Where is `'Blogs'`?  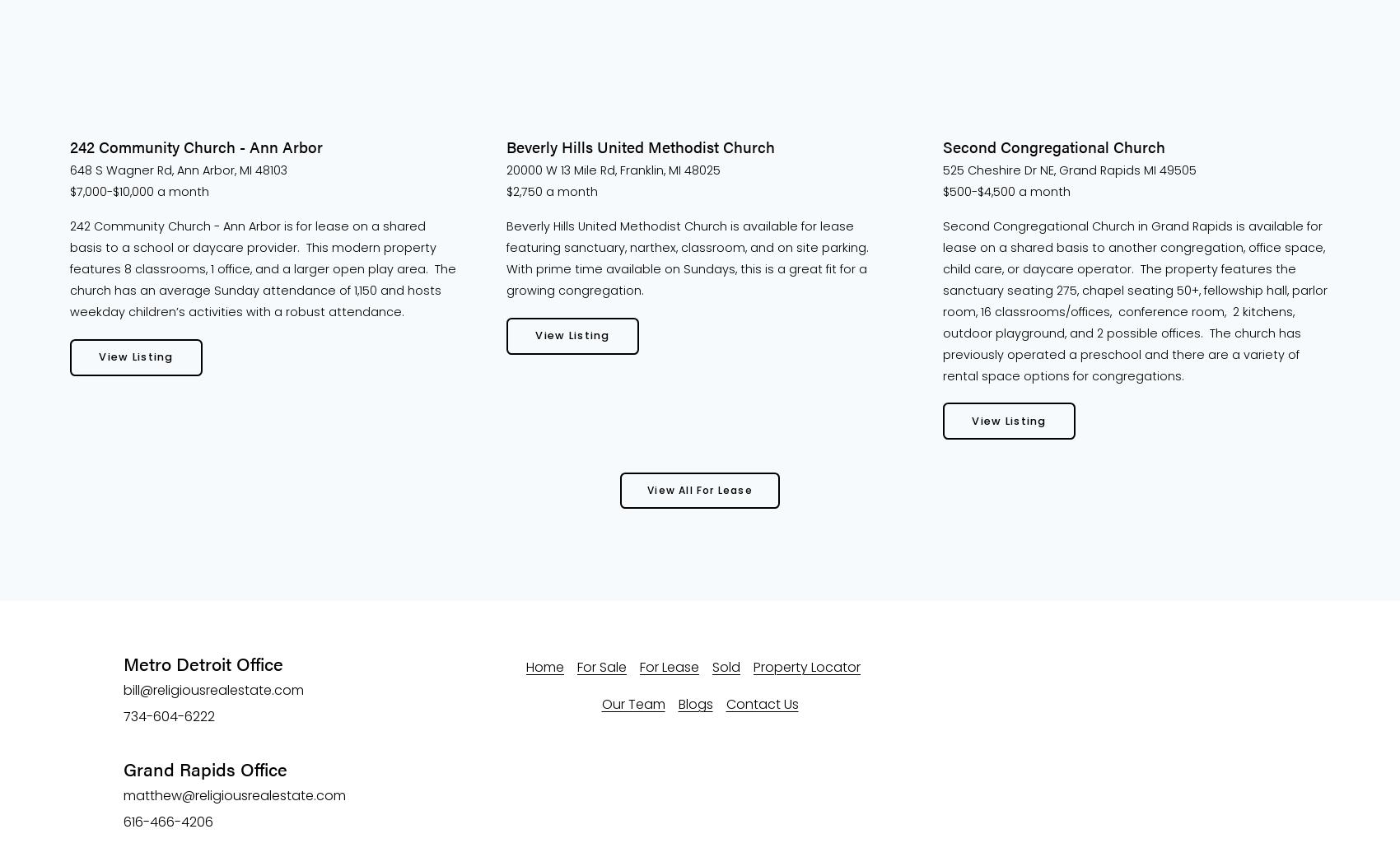
'Blogs' is located at coordinates (694, 703).